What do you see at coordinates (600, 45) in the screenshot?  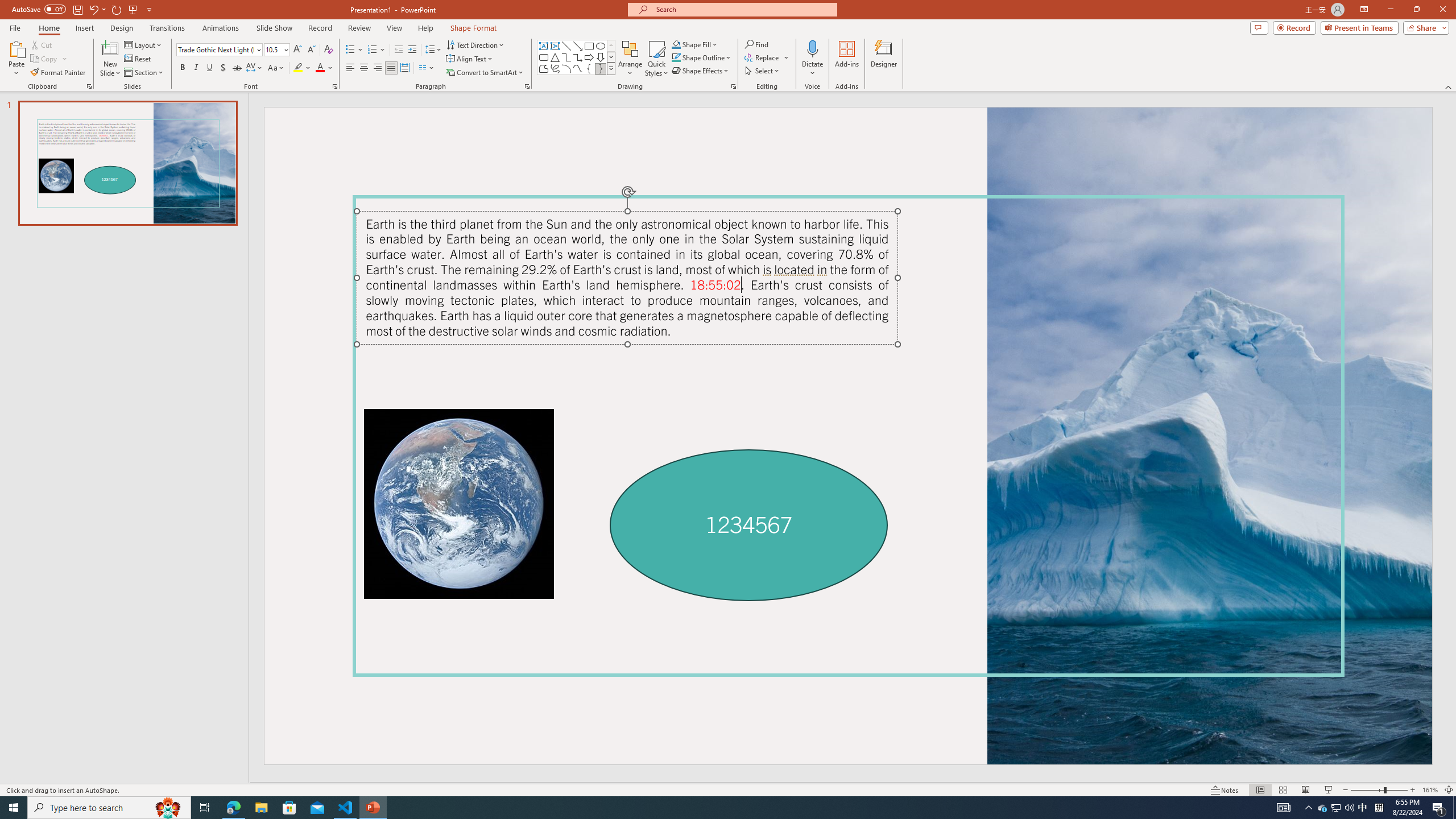 I see `'Oval'` at bounding box center [600, 45].